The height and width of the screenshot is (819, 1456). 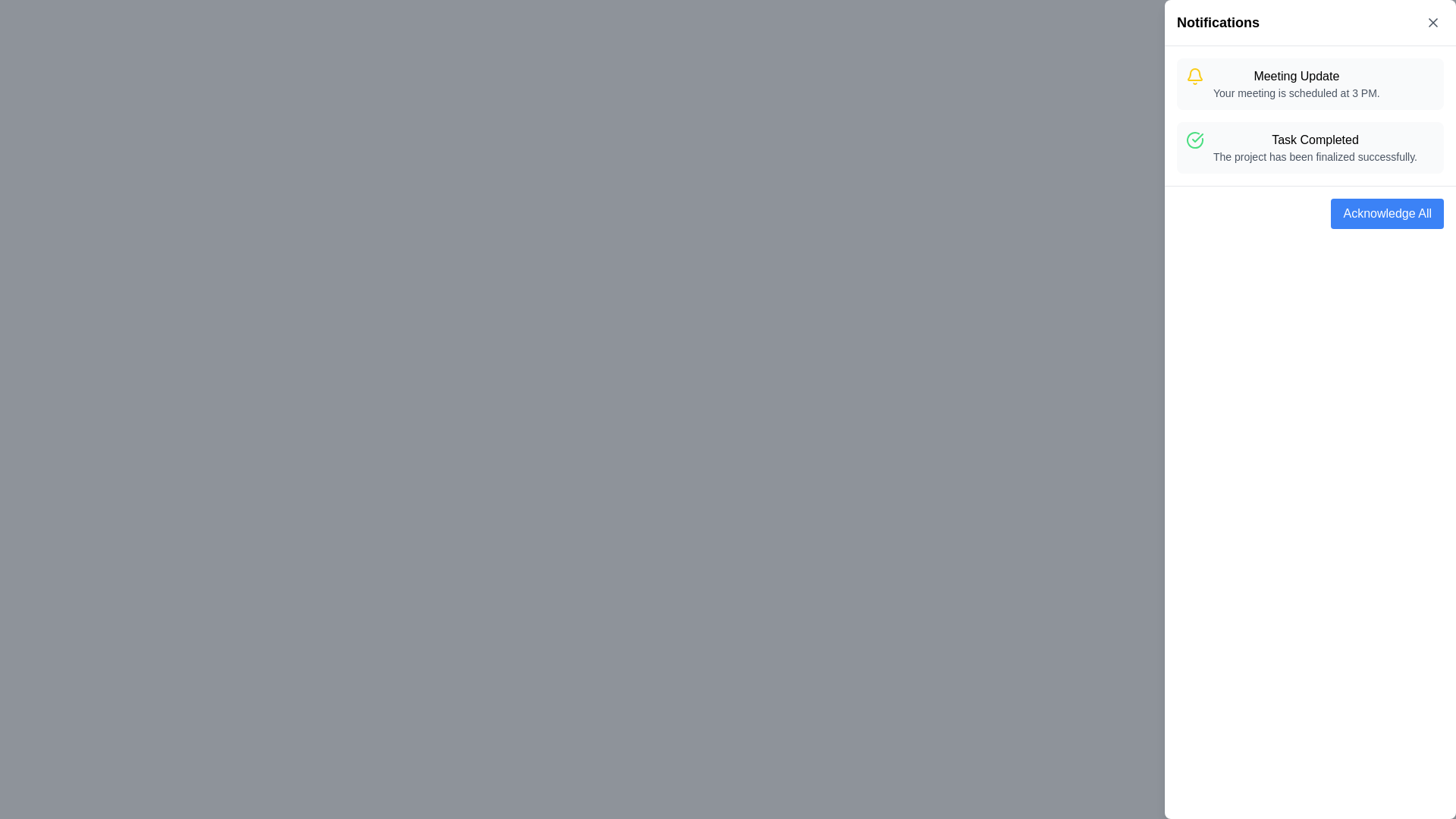 What do you see at coordinates (1197, 137) in the screenshot?
I see `the 'Task Completed' notification icon in the Notifications panel to indicate that the associated task has been successfully completed` at bounding box center [1197, 137].